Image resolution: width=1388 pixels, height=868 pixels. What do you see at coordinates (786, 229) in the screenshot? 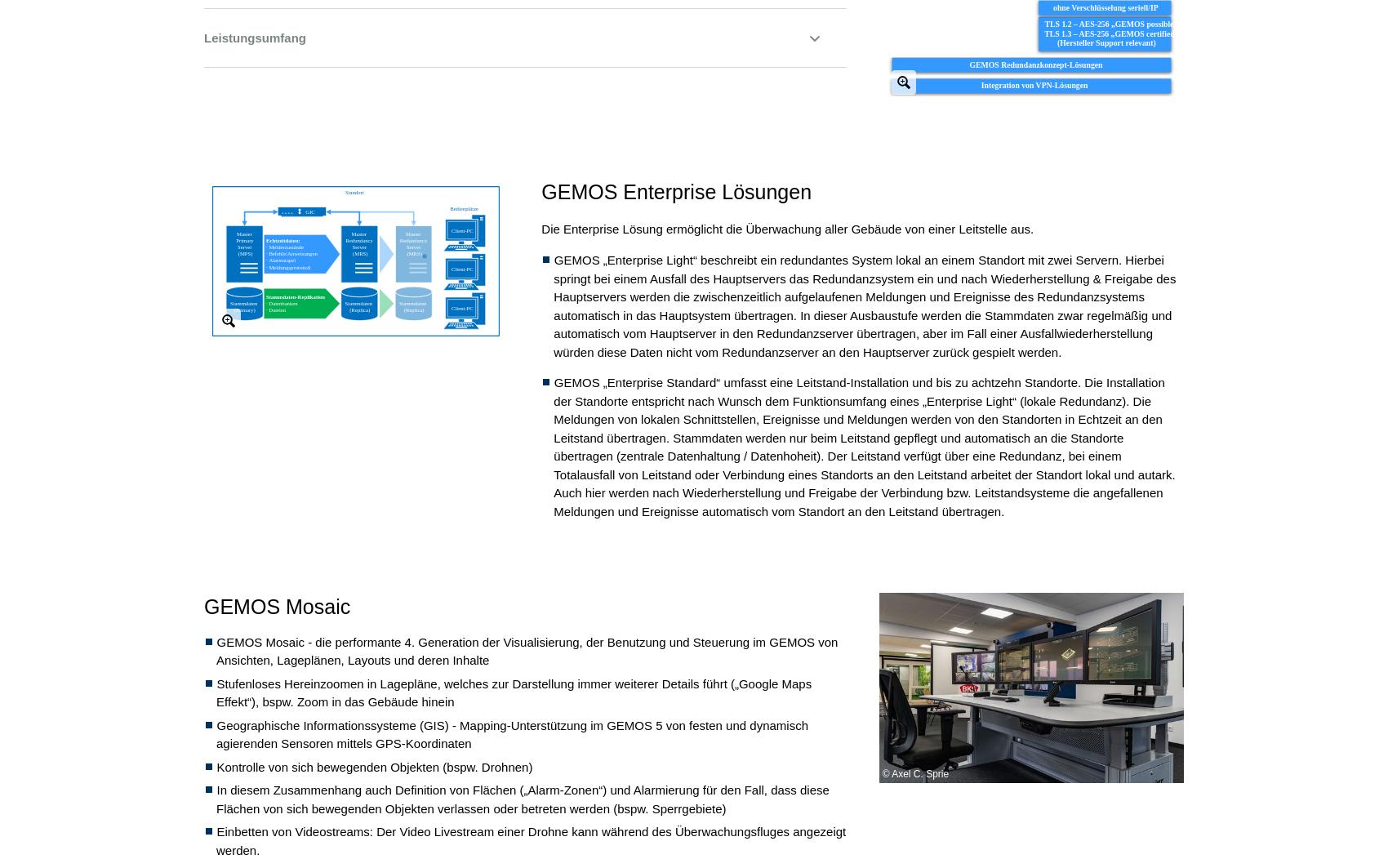
I see `'Die Enterprise Lösung ermöglicht die Überwachung aller Gebäude von einer Leitstelle aus.'` at bounding box center [786, 229].